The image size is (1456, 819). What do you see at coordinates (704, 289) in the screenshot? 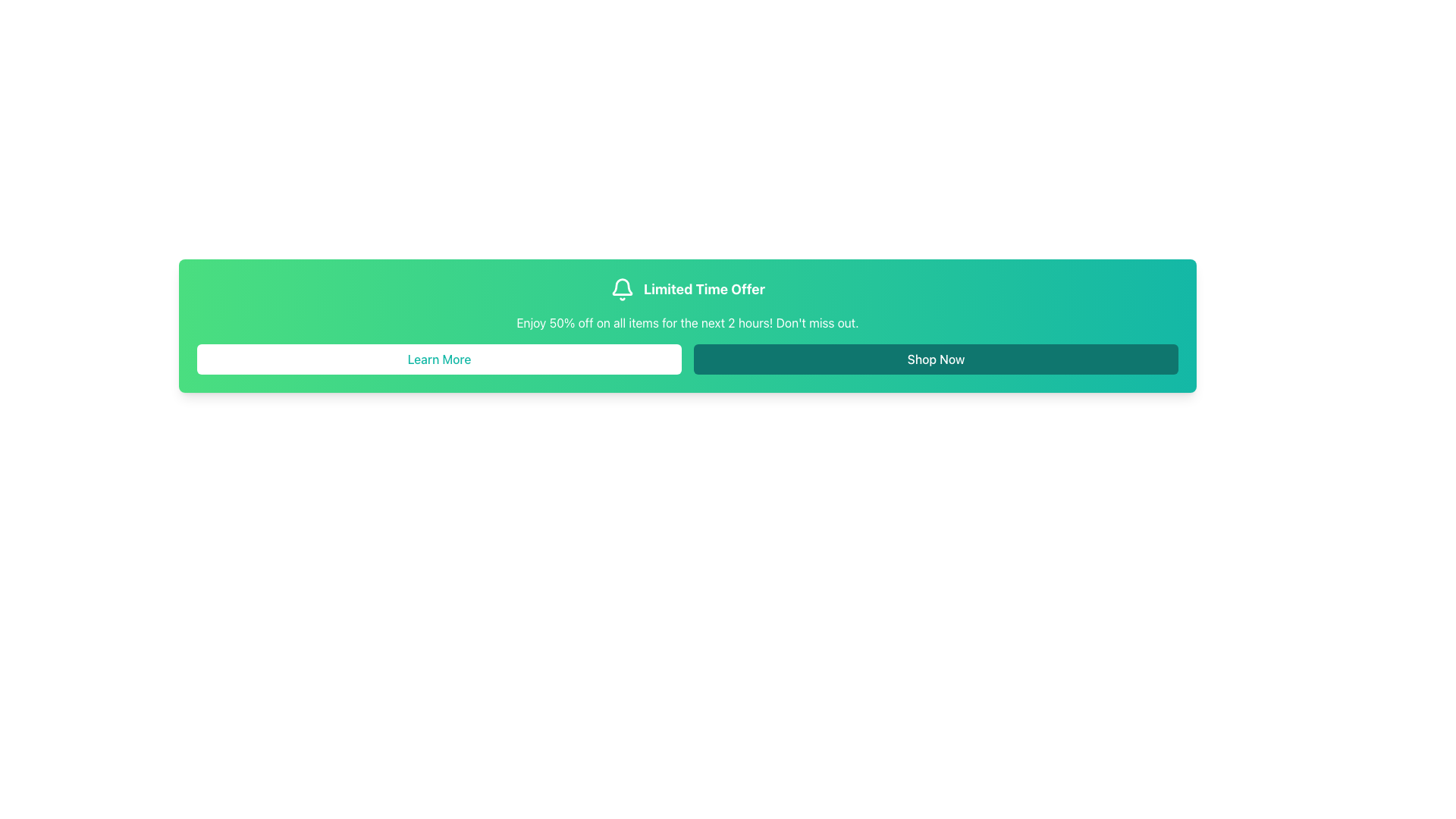
I see `the text element reading 'Limited Time Offer' which has a bold font style and is located on a green background area, positioned to the right of a bell icon` at bounding box center [704, 289].